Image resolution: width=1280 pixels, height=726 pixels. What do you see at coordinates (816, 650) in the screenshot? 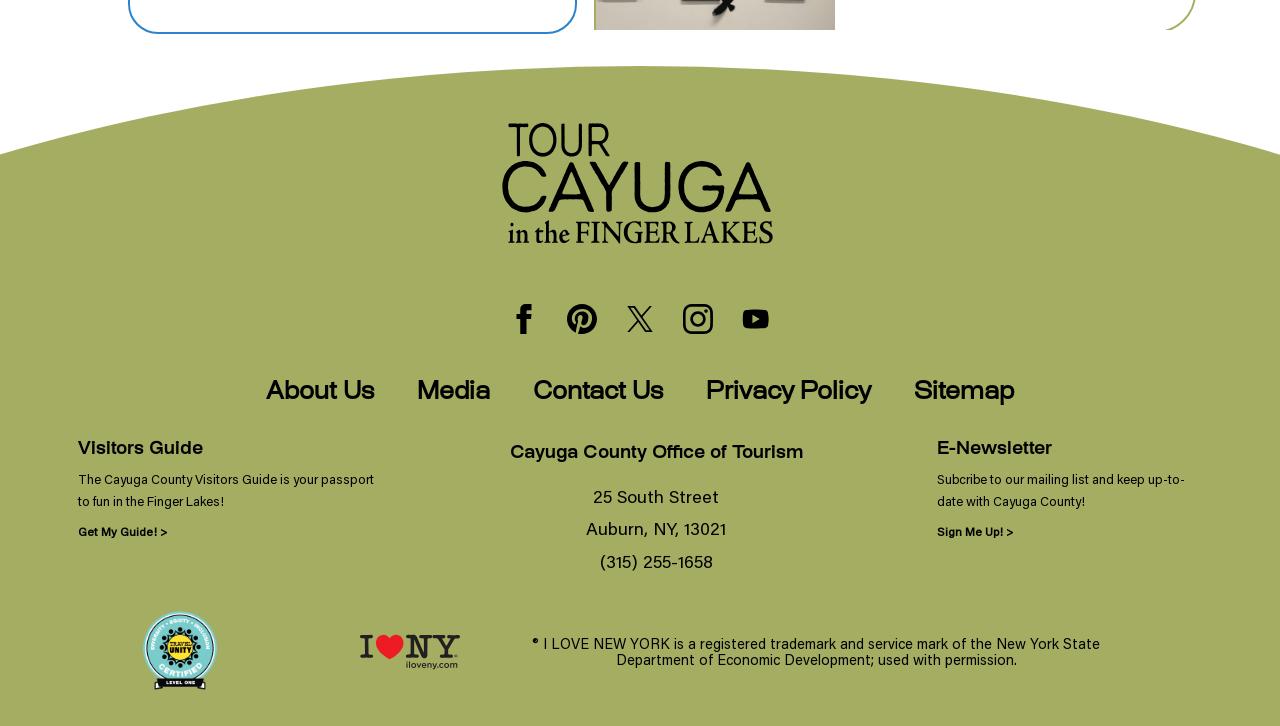
I see `'® I LOVE NEW YORK is a registered trademark and service mark of the New York State Department of Economic Development; used with permission.'` at bounding box center [816, 650].